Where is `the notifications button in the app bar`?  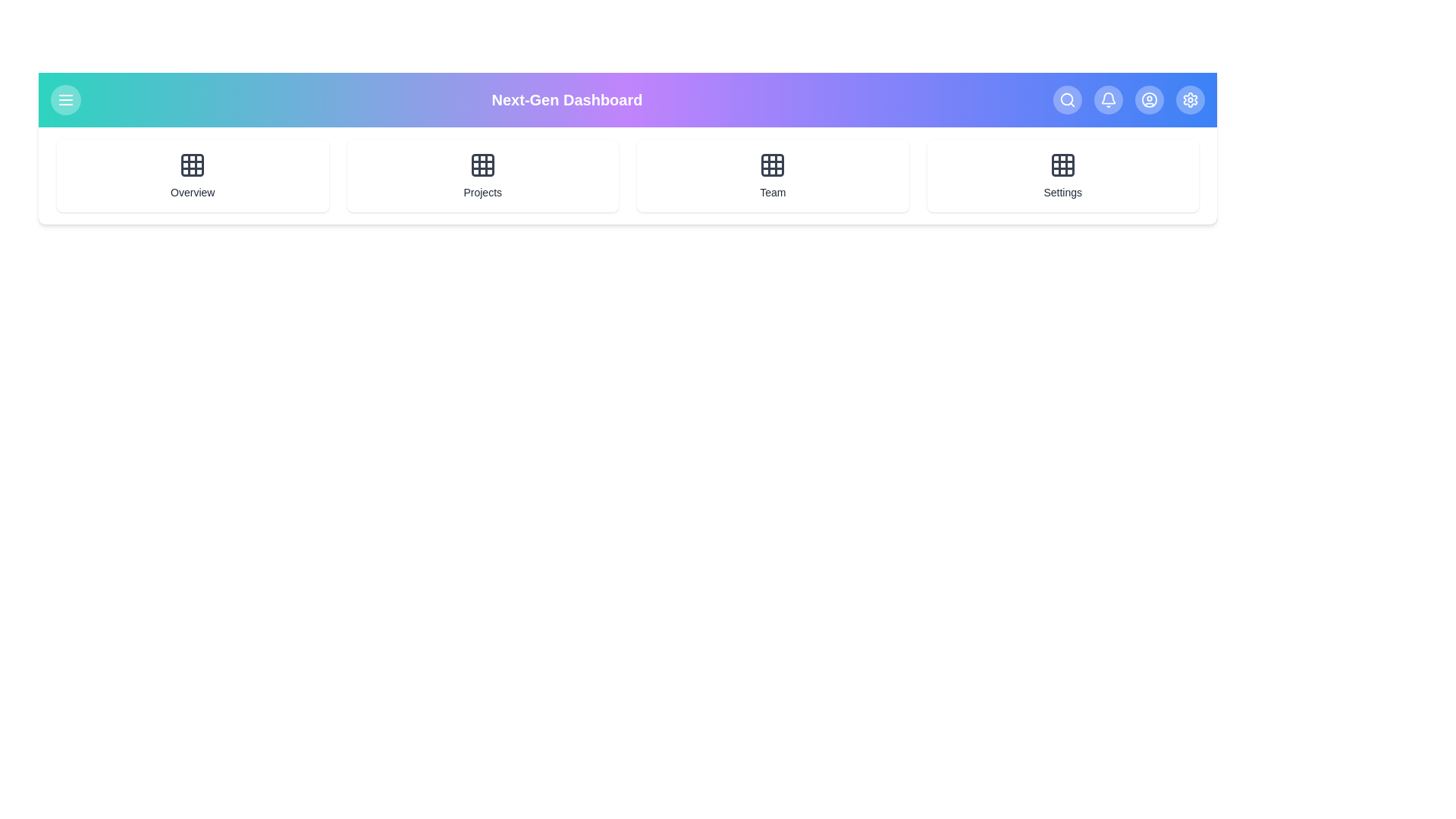 the notifications button in the app bar is located at coordinates (1109, 99).